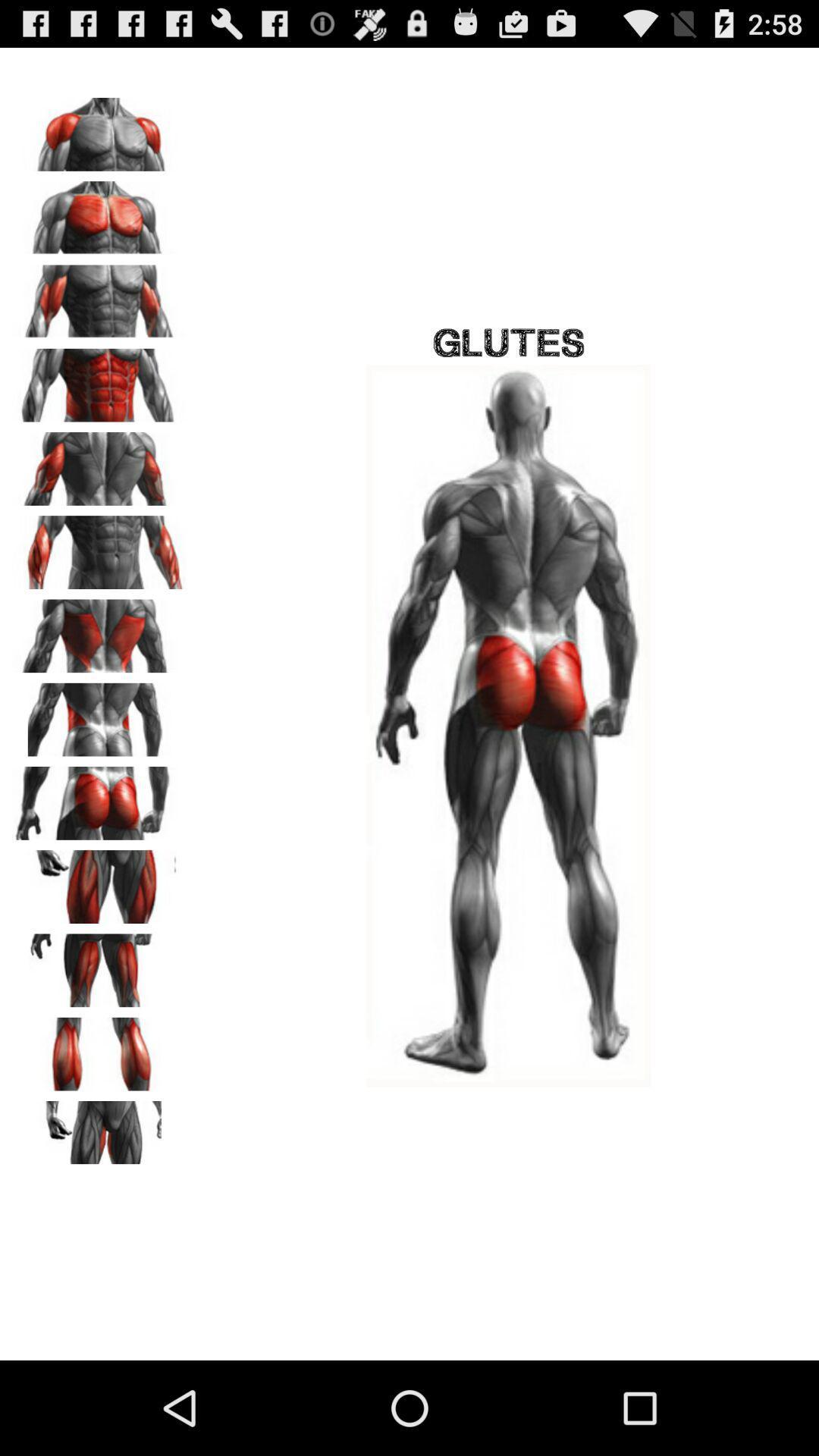 Image resolution: width=819 pixels, height=1456 pixels. Describe the element at coordinates (99, 797) in the screenshot. I see `body section selection for workout option` at that location.